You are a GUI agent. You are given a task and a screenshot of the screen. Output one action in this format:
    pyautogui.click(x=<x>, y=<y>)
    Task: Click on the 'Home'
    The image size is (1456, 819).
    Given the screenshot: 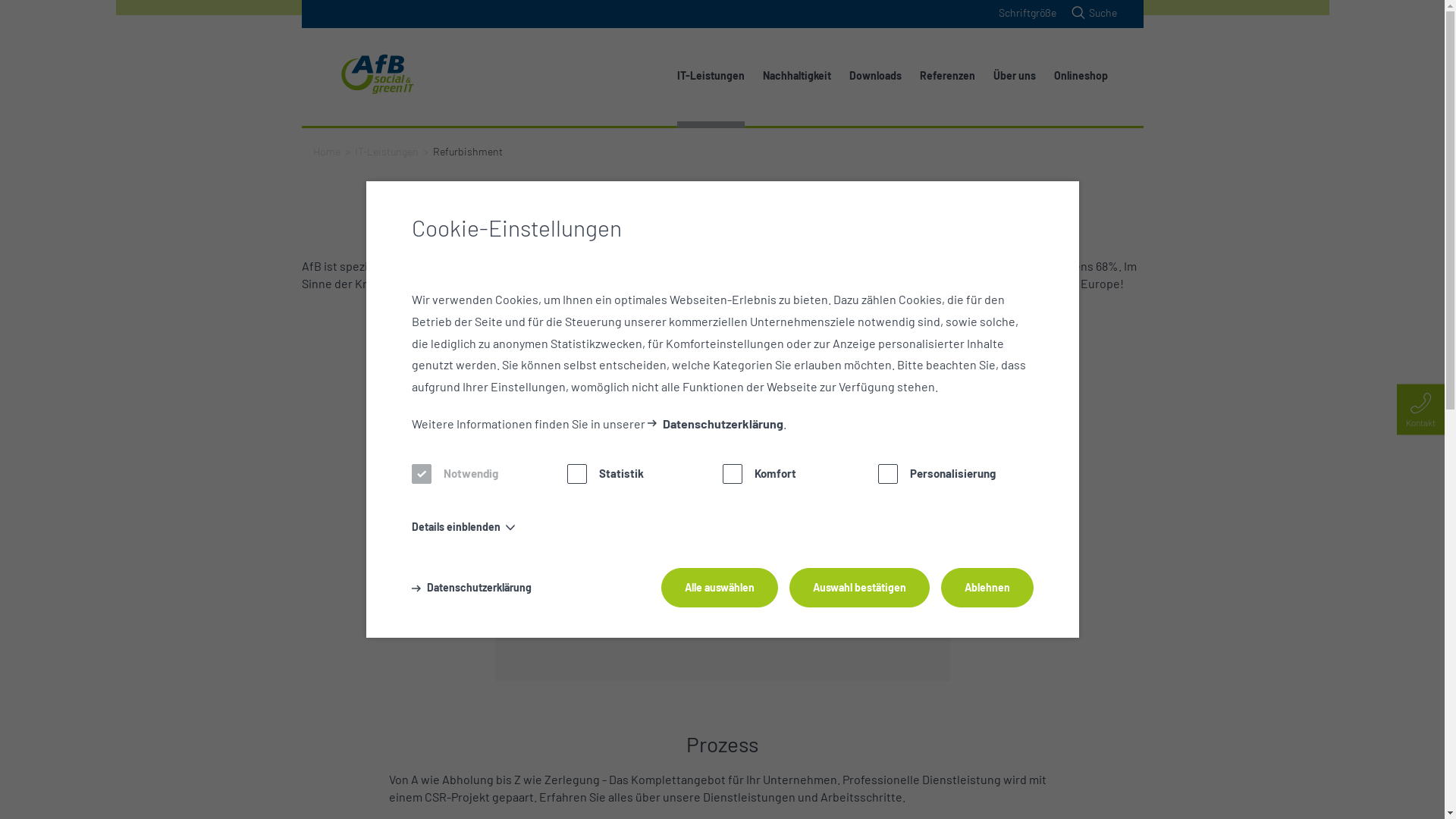 What is the action you would take?
    pyautogui.click(x=312, y=151)
    